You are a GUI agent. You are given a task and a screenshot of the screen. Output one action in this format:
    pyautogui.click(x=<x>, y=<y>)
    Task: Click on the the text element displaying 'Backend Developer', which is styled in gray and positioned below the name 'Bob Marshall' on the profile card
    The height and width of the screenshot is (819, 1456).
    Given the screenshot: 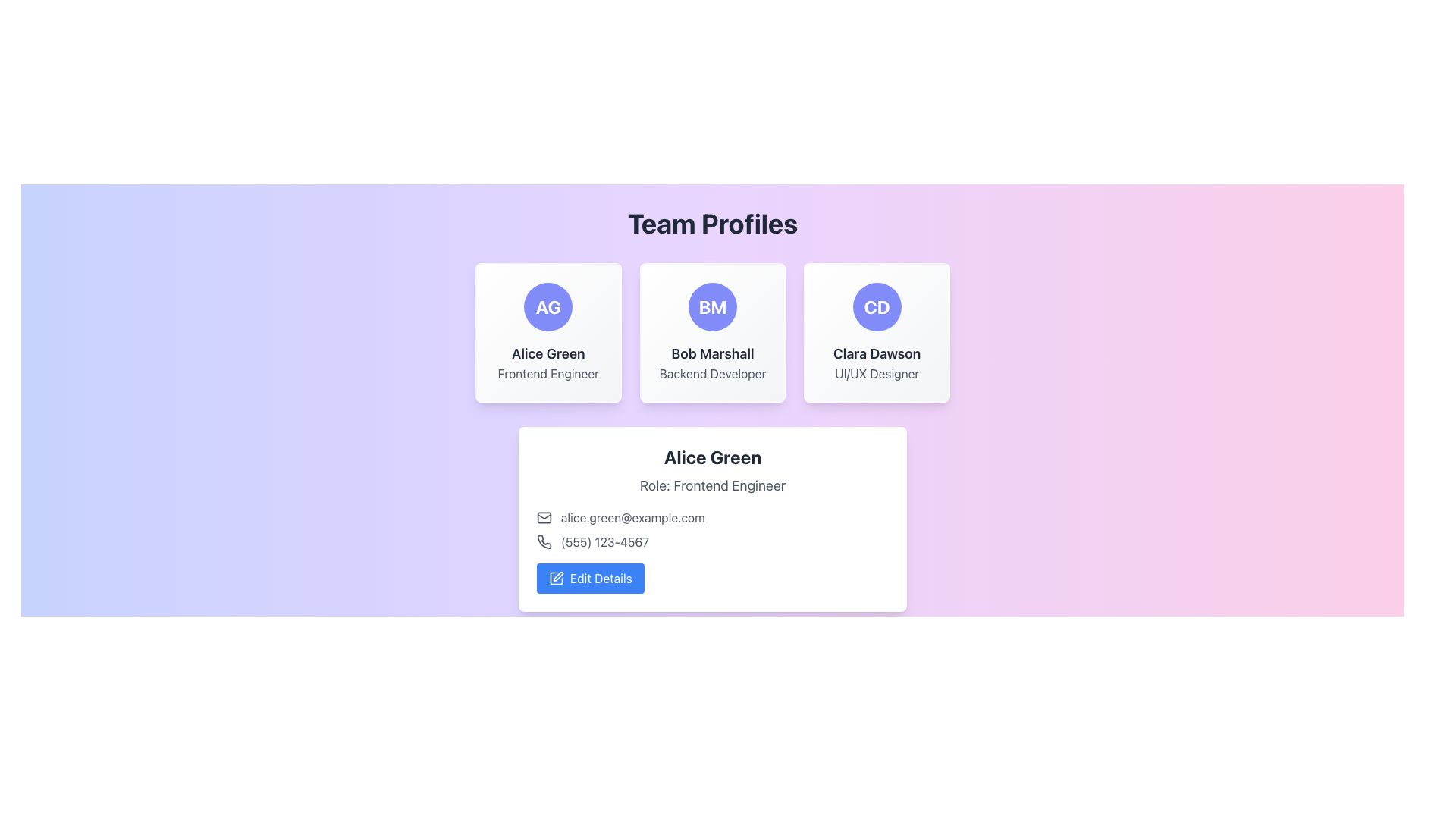 What is the action you would take?
    pyautogui.click(x=712, y=374)
    